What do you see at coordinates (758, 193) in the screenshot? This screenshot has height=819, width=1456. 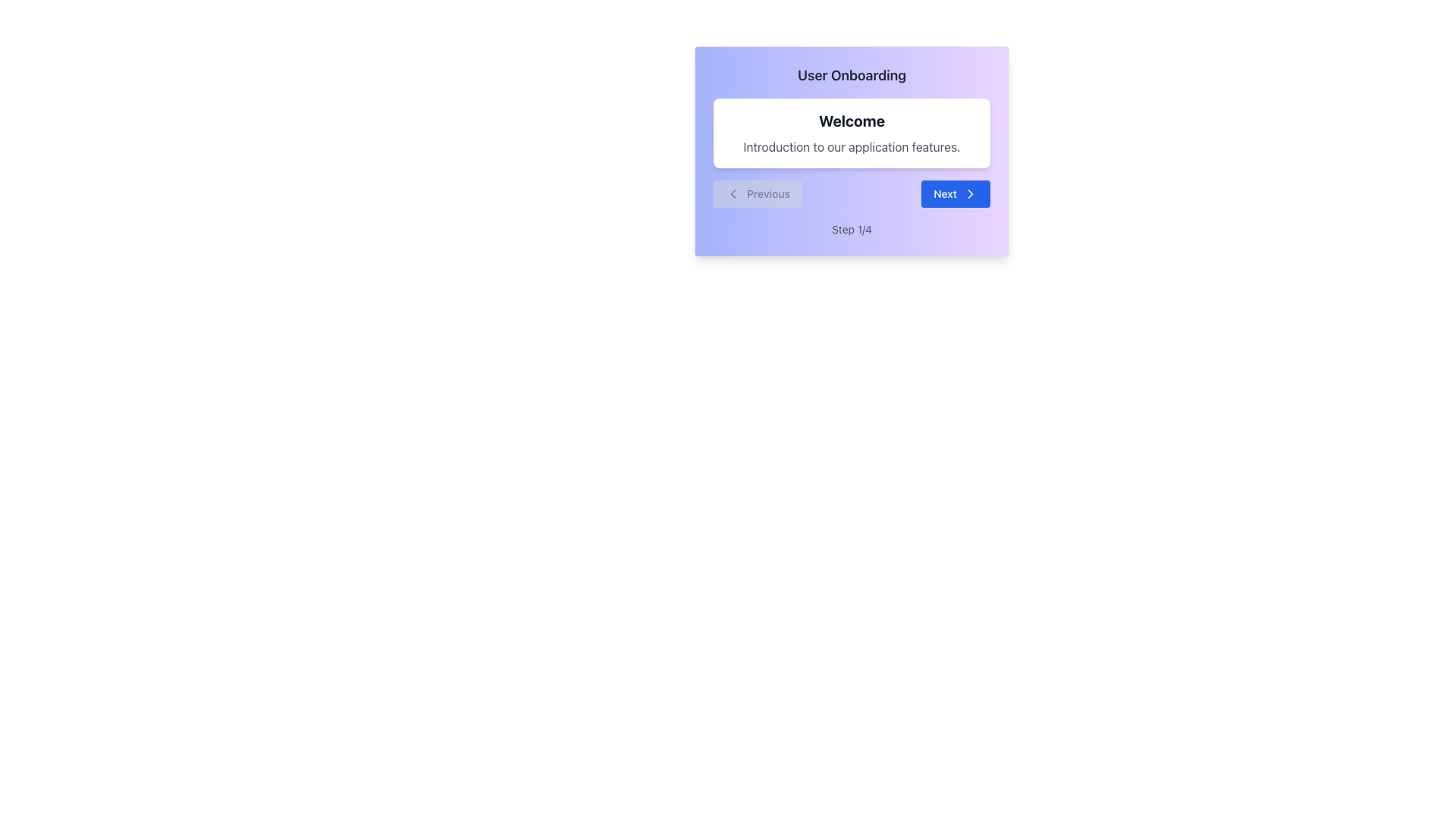 I see `the 'Previous' button located at the bottom-left corner of the dialog box` at bounding box center [758, 193].